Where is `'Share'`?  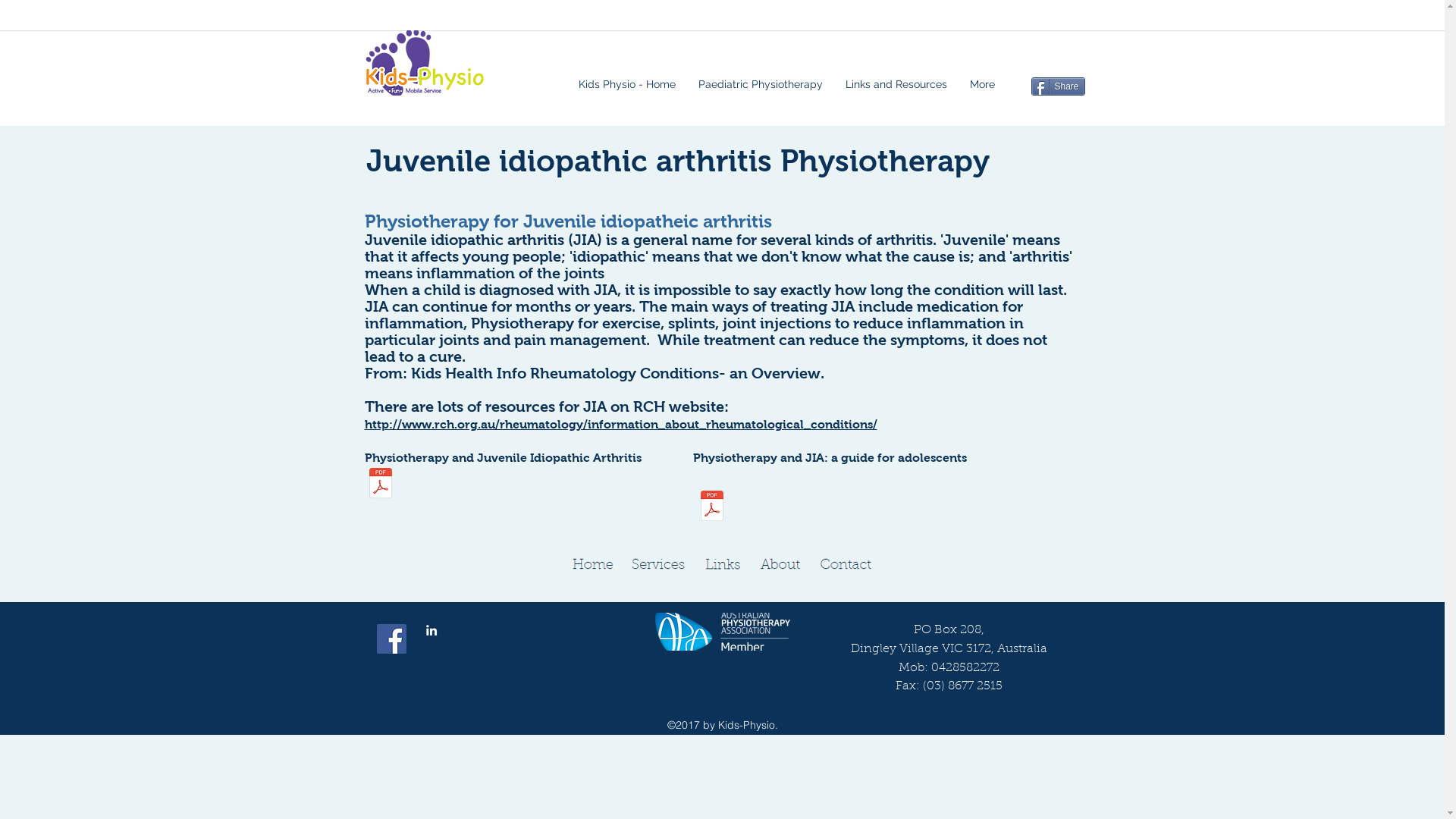
'Share' is located at coordinates (1057, 86).